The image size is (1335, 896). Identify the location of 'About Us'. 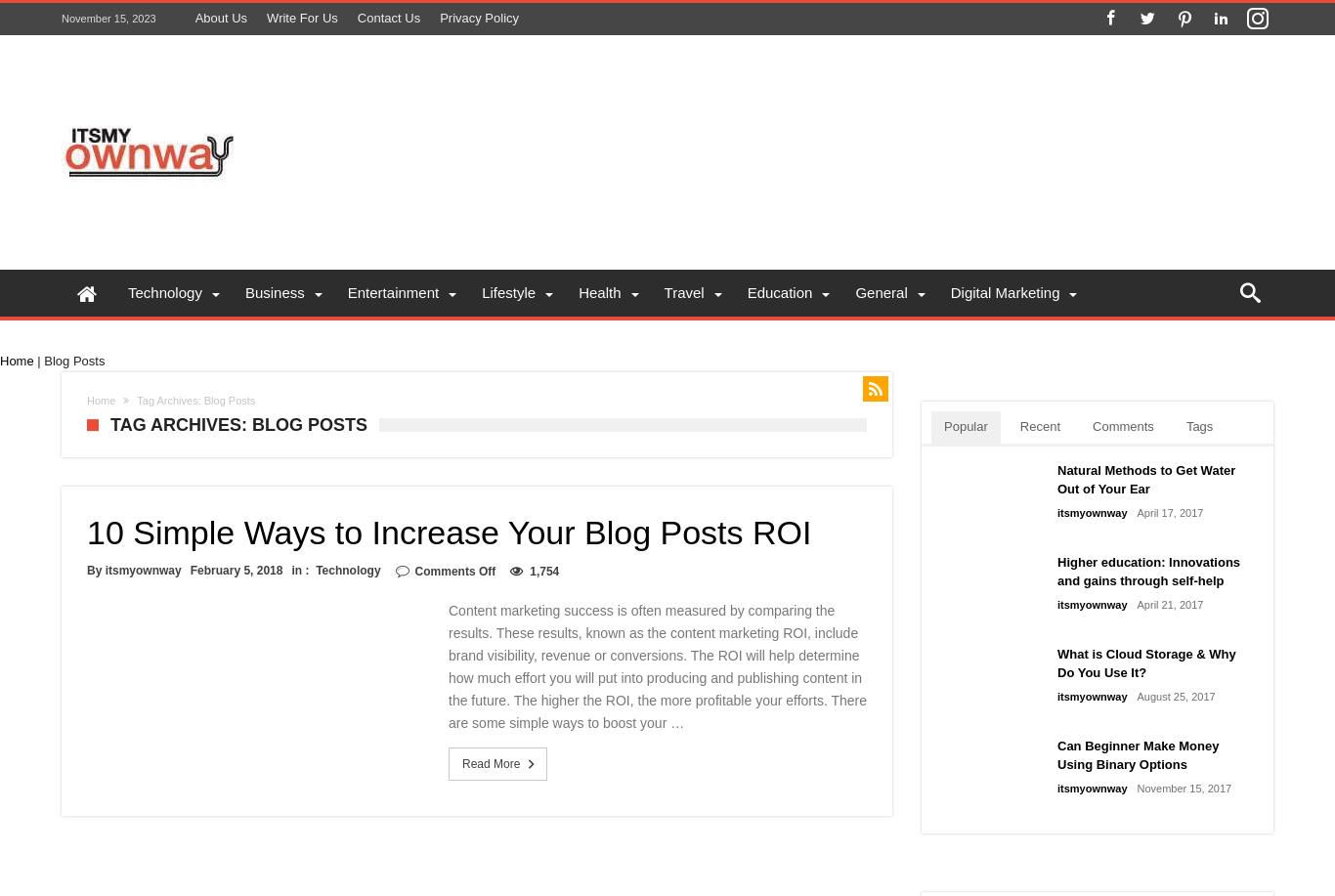
(194, 18).